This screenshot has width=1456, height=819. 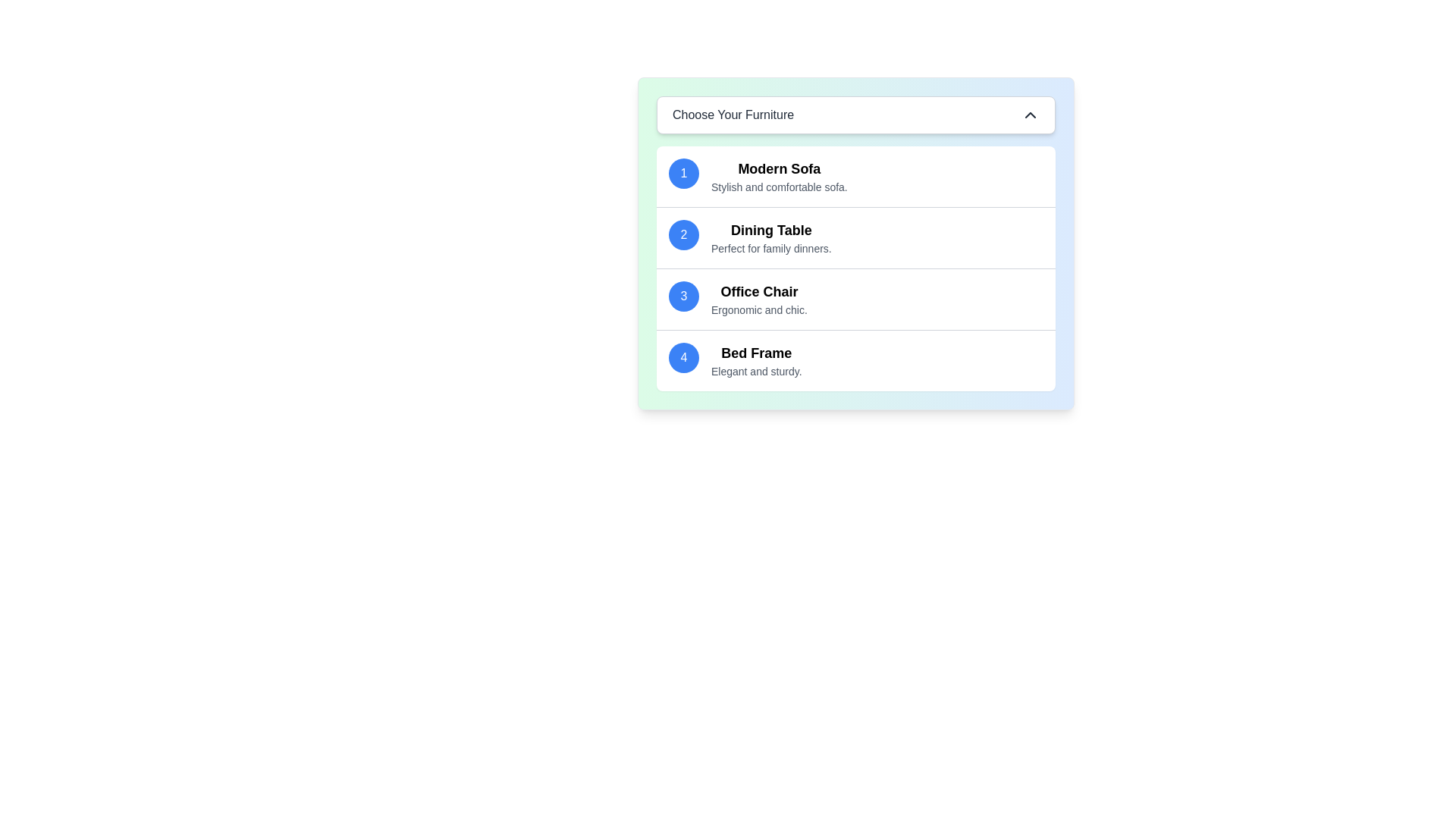 I want to click on the fourth list item representing a bed frame in the furniture list, so click(x=855, y=359).